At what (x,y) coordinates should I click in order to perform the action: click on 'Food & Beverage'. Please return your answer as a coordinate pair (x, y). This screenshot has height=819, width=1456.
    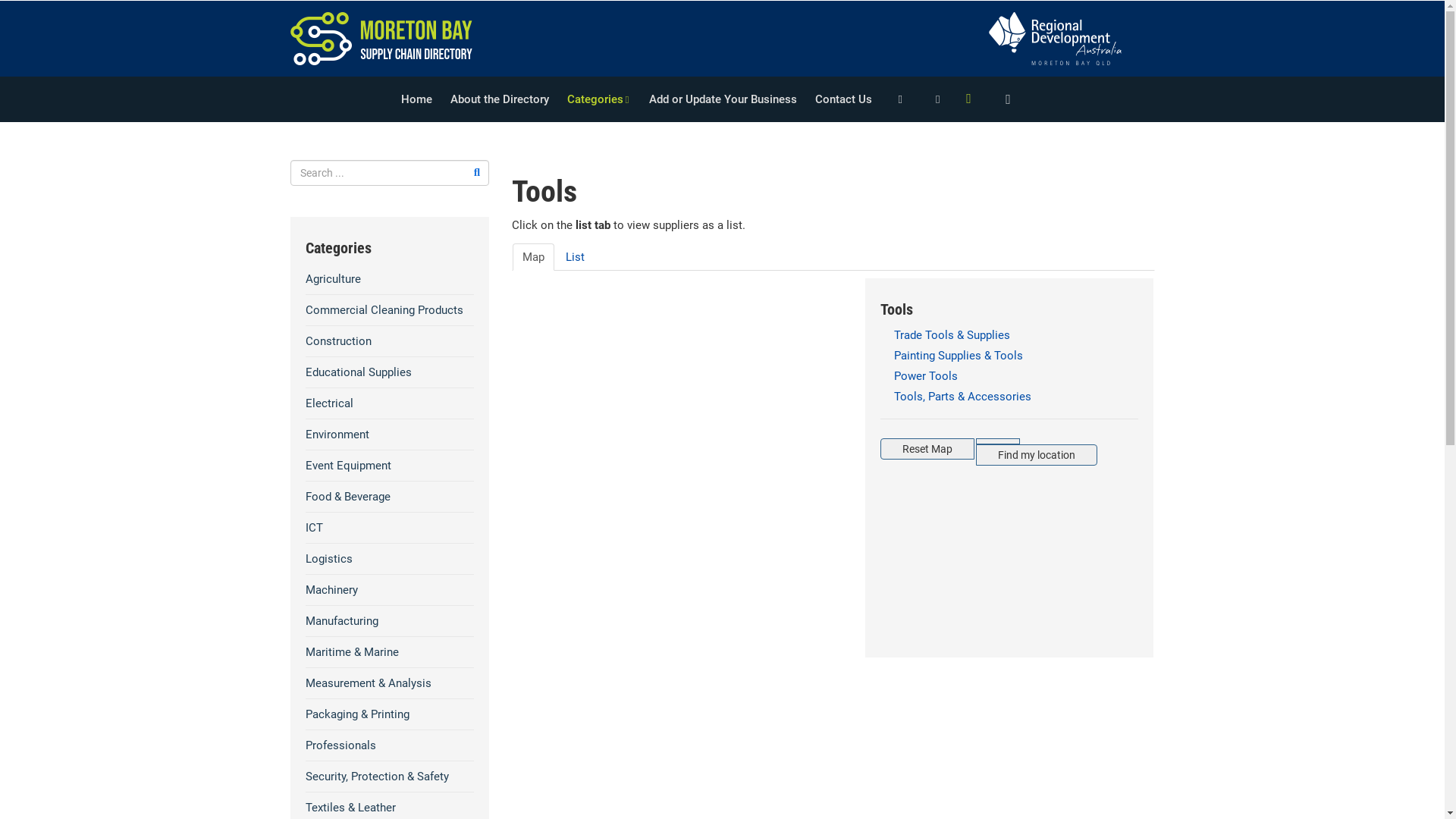
    Looking at the image, I should click on (304, 497).